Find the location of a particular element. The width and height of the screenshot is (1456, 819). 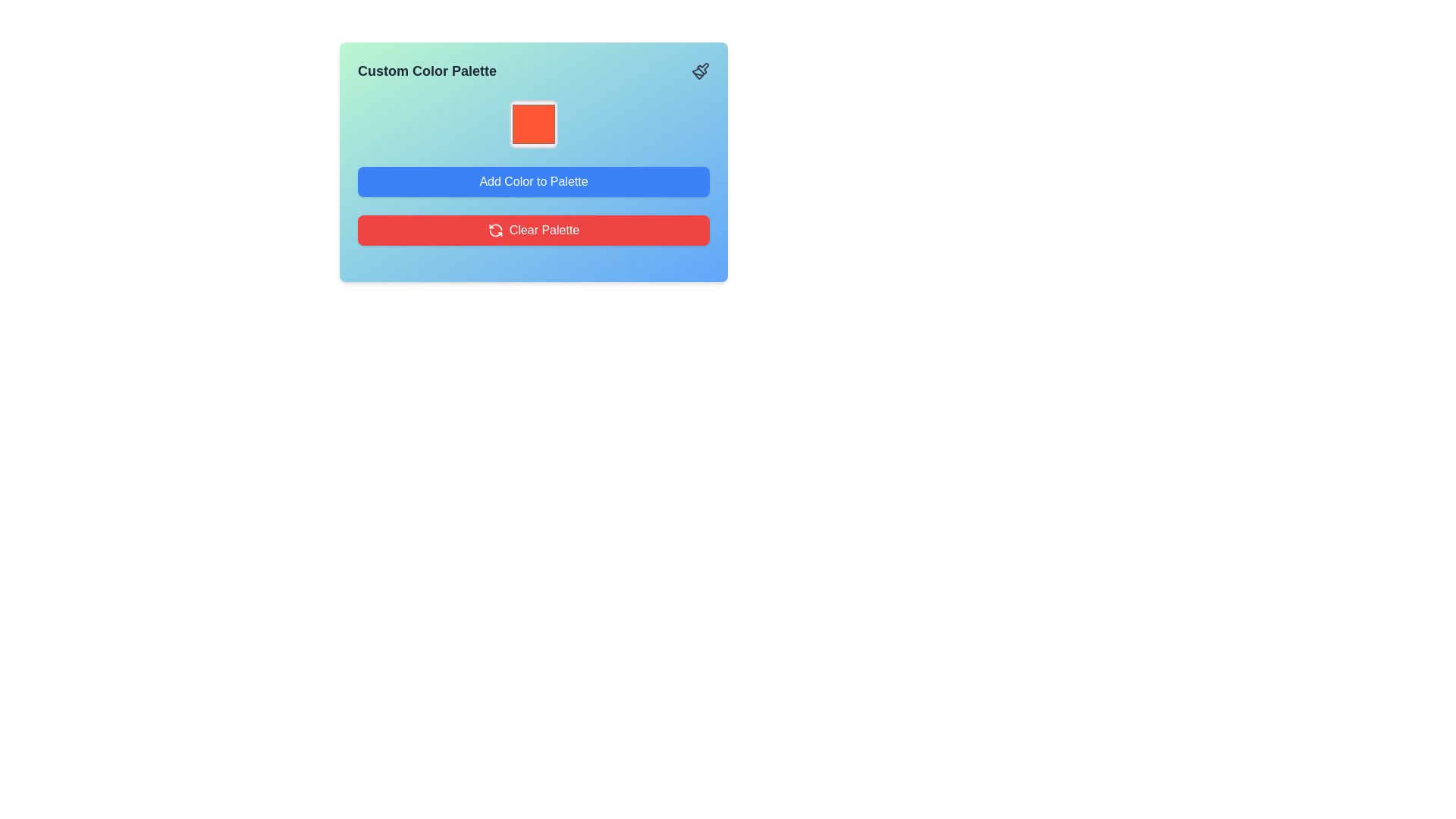

the 'Clear Palette' button, which has a red background and white text, located at the bottom of the color-selection interface is located at coordinates (544, 231).